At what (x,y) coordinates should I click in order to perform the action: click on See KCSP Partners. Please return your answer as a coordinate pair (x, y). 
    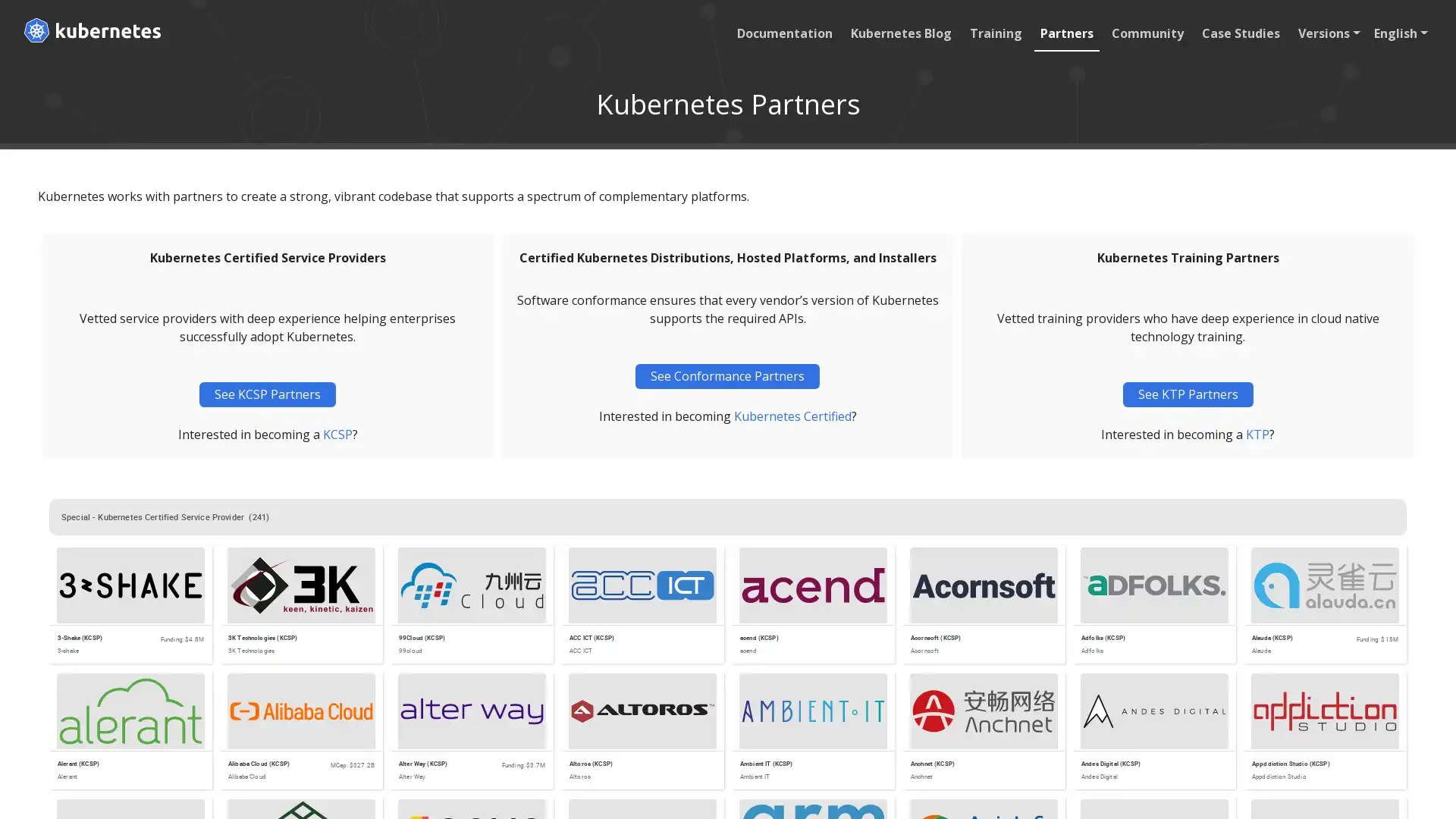
    Looking at the image, I should click on (268, 394).